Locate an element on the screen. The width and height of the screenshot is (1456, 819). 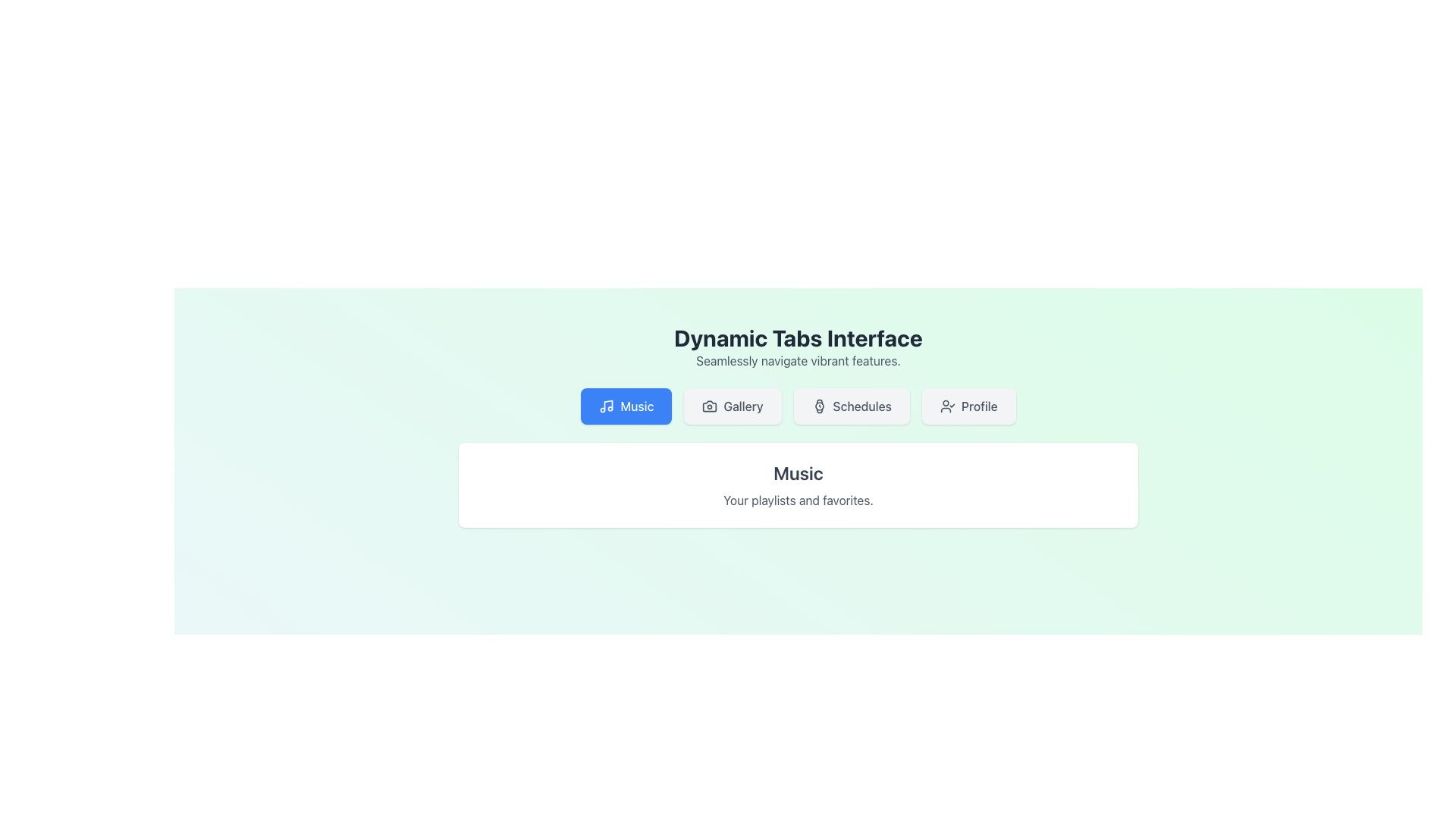
the minimalist camera icon located within the 'Gallery' button for a context menu is located at coordinates (709, 406).